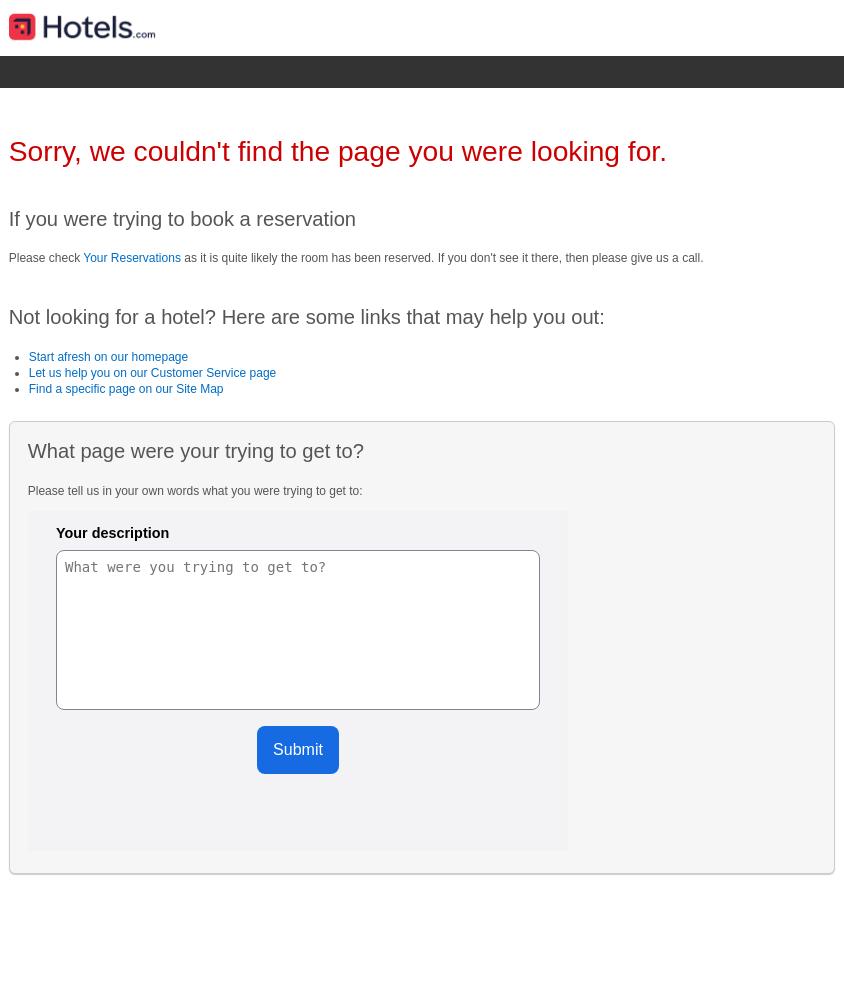 Image resolution: width=844 pixels, height=1000 pixels. I want to click on 'Find a specific page on our Site Map', so click(125, 389).